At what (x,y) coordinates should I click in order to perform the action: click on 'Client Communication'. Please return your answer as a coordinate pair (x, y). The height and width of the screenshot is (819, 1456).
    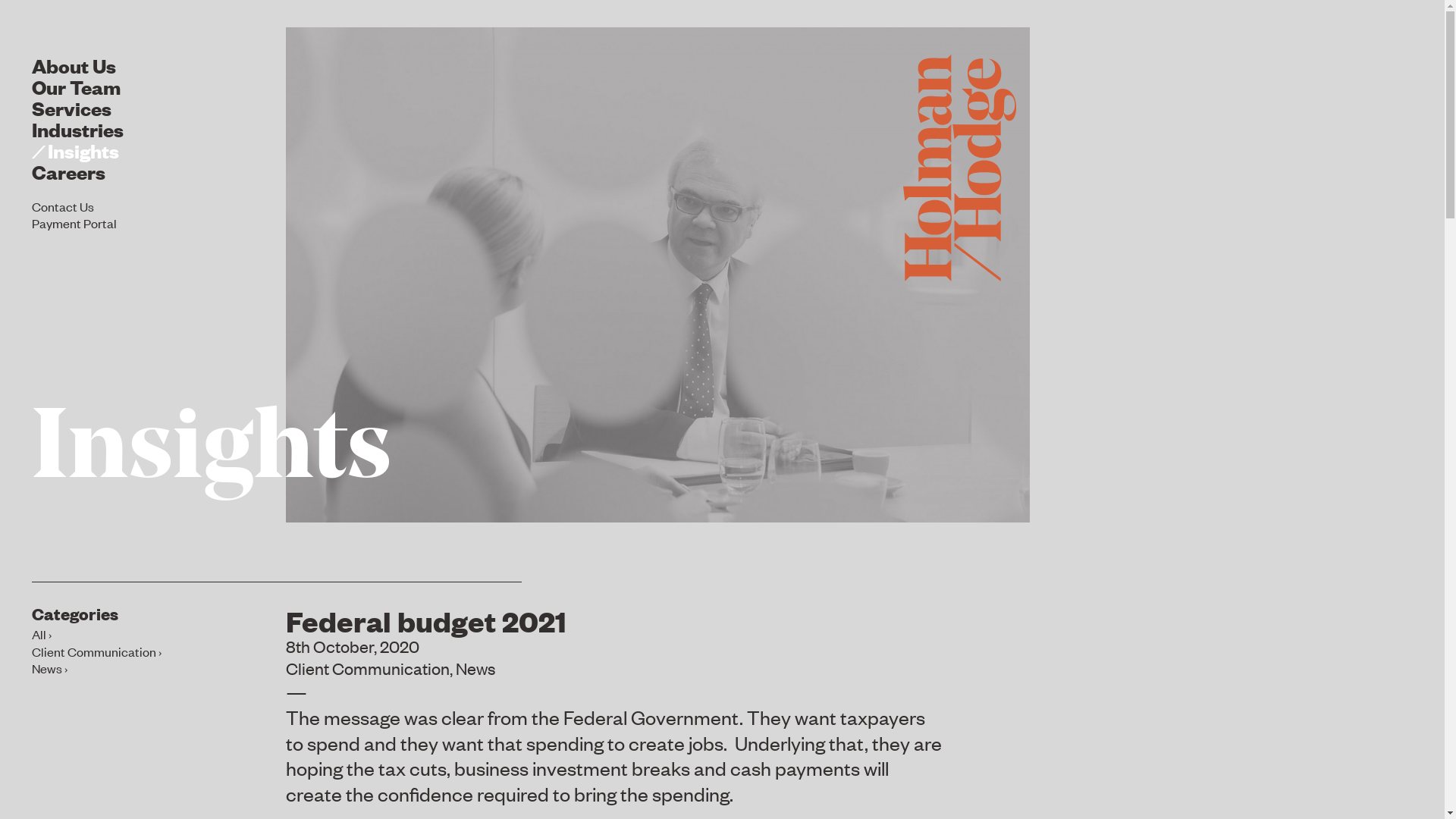
    Looking at the image, I should click on (367, 667).